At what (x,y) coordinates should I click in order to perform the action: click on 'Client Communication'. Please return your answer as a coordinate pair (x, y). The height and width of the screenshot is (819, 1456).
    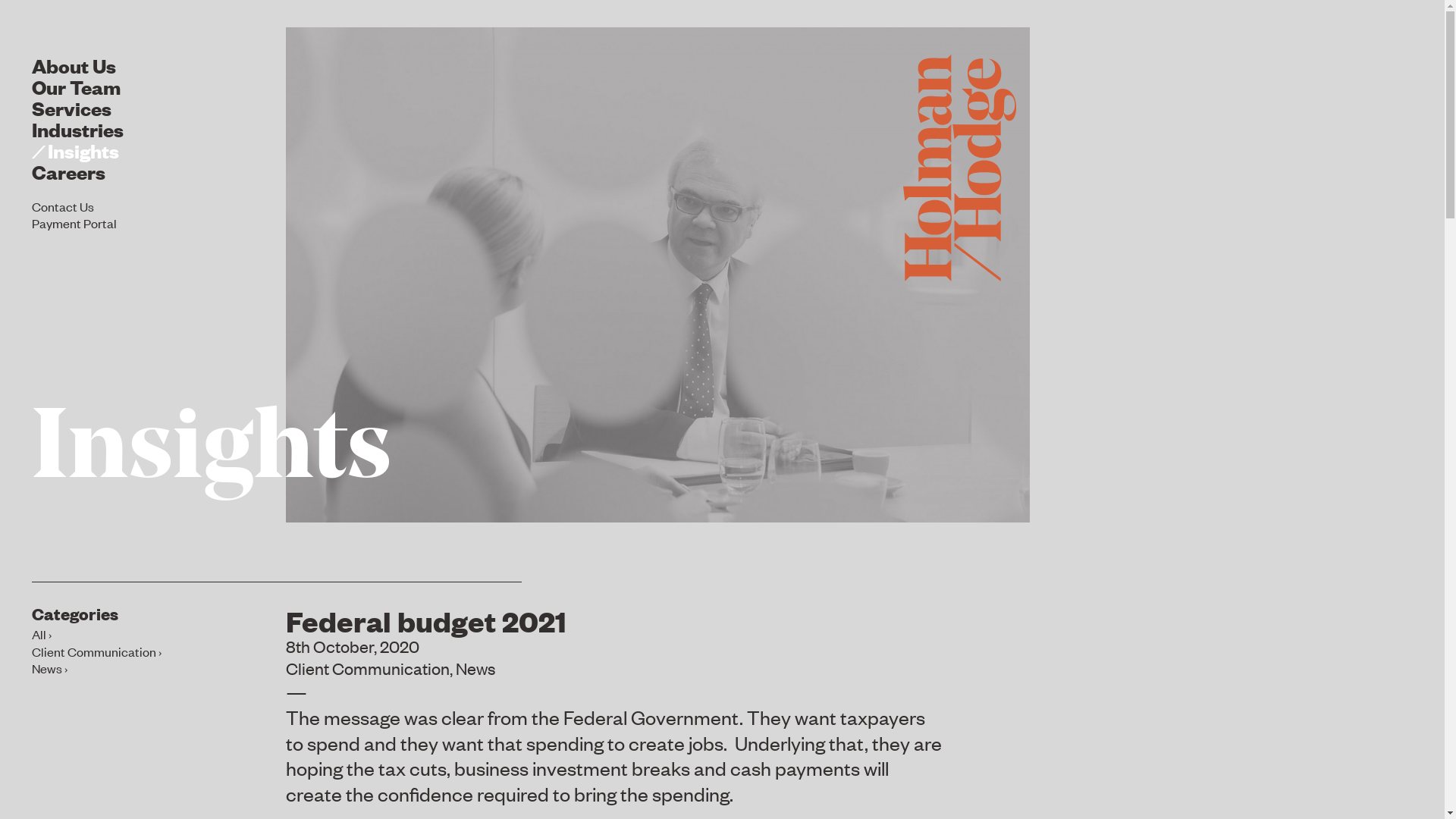
    Looking at the image, I should click on (367, 667).